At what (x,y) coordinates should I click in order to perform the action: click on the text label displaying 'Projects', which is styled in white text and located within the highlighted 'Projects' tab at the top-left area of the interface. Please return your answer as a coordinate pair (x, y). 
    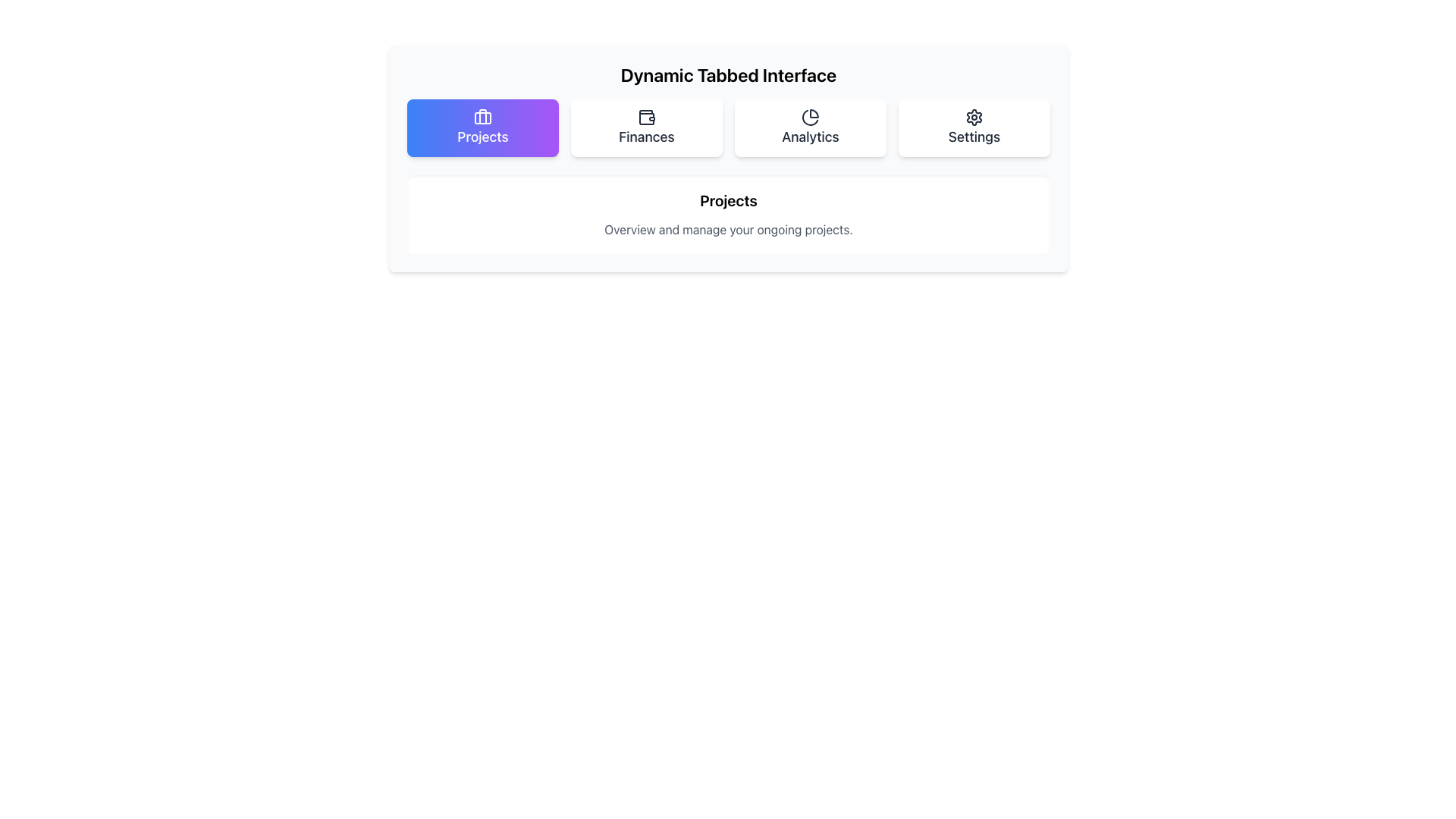
    Looking at the image, I should click on (482, 137).